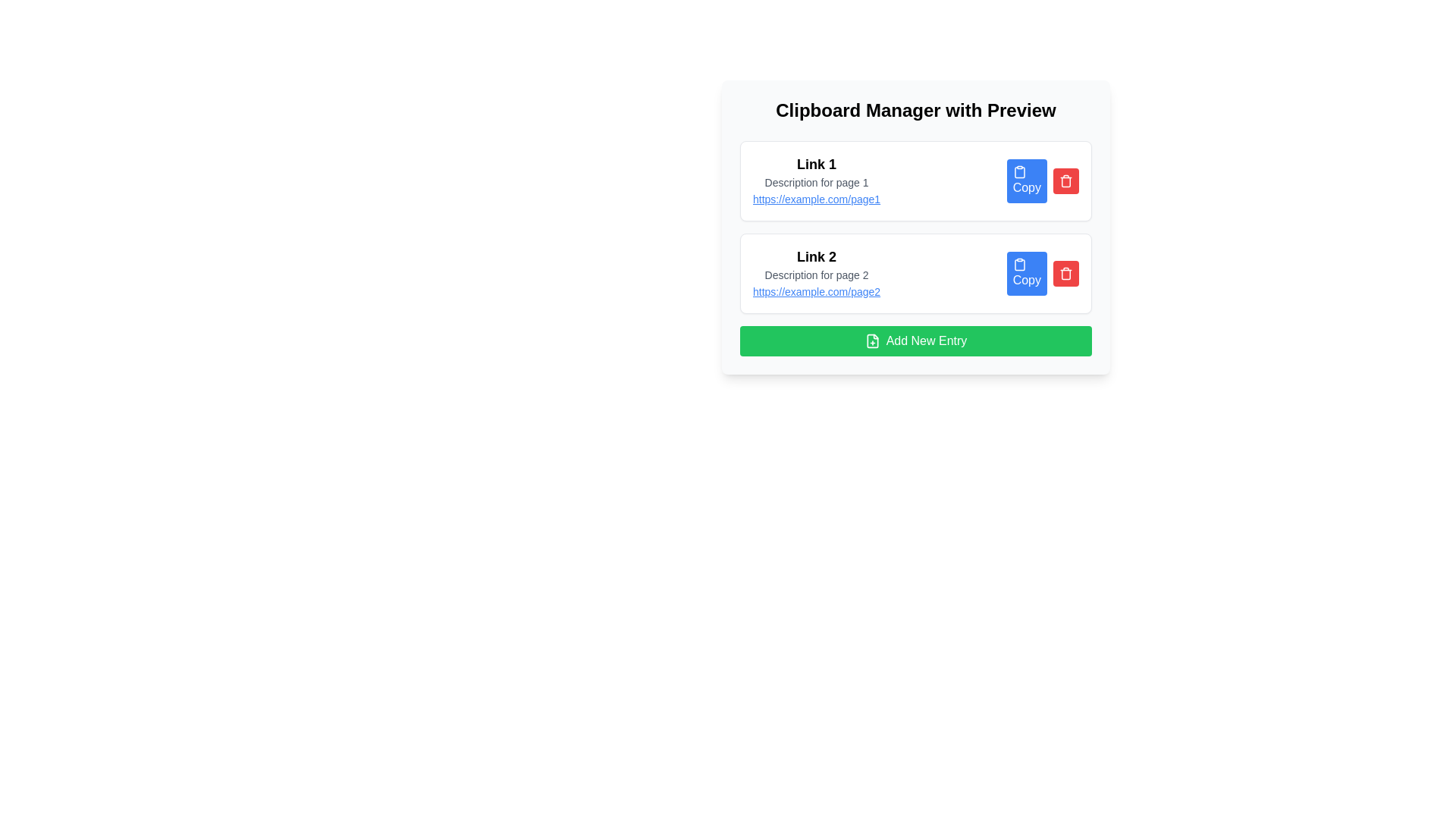 The height and width of the screenshot is (819, 1456). I want to click on the textual hyperlink styled in blue with an underline that links to 'https://example.com/page2' located at the bottom of the group for 'Link 2', so click(816, 292).